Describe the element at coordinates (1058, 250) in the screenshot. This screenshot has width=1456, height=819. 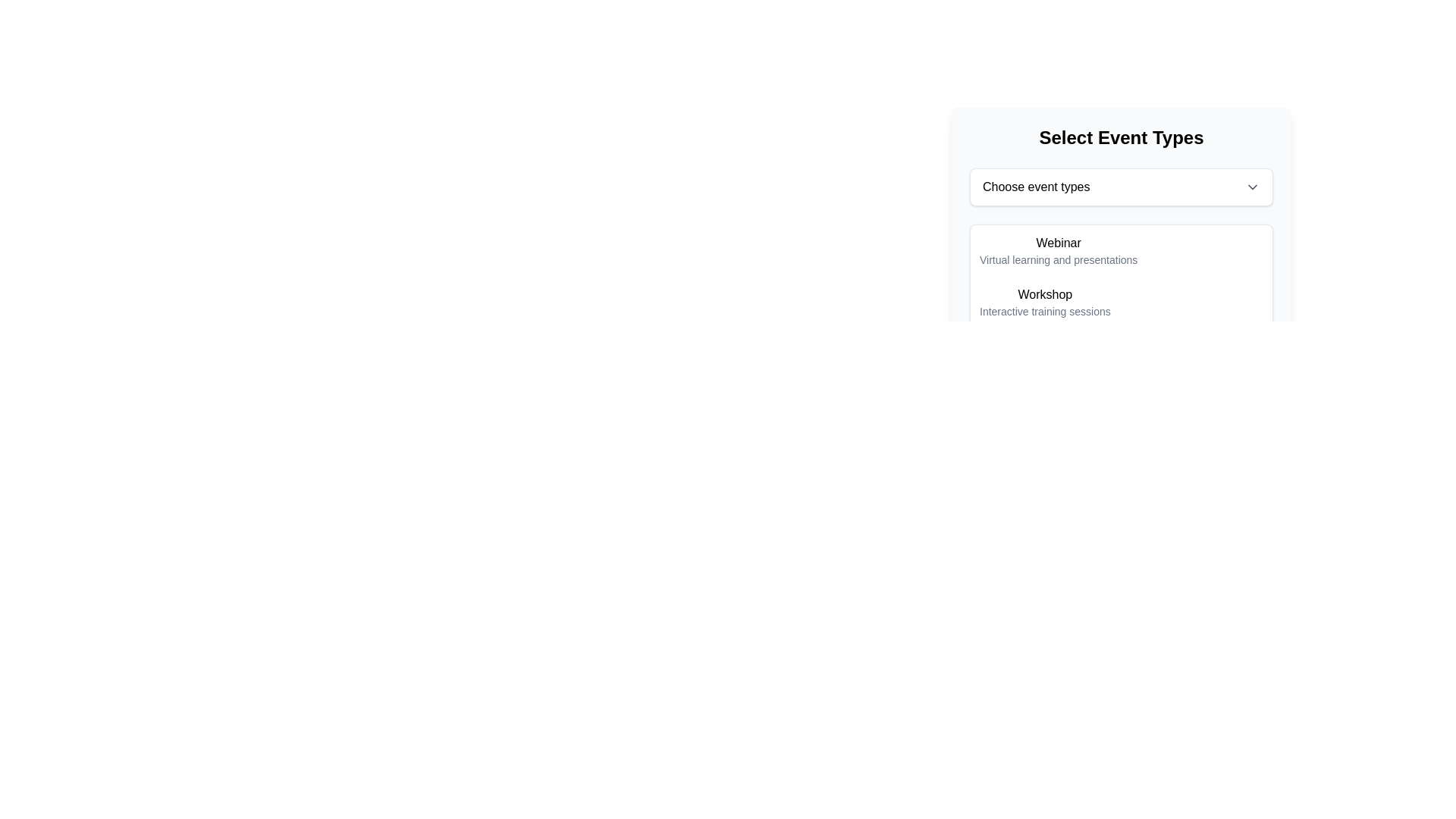
I see `on the first list item labeled 'Webinar' under the section 'Select Event Types'` at that location.